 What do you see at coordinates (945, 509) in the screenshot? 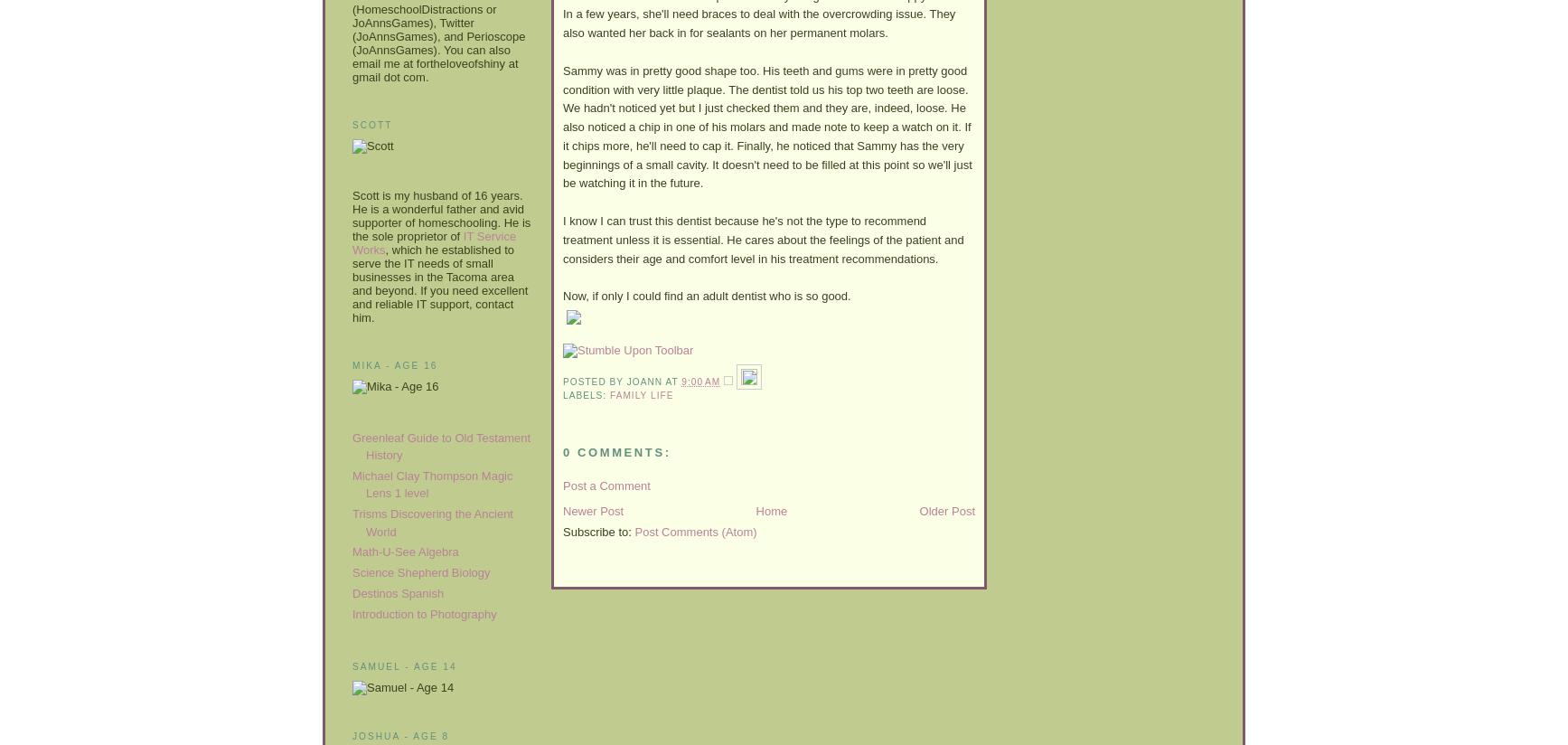
I see `'Older Post'` at bounding box center [945, 509].